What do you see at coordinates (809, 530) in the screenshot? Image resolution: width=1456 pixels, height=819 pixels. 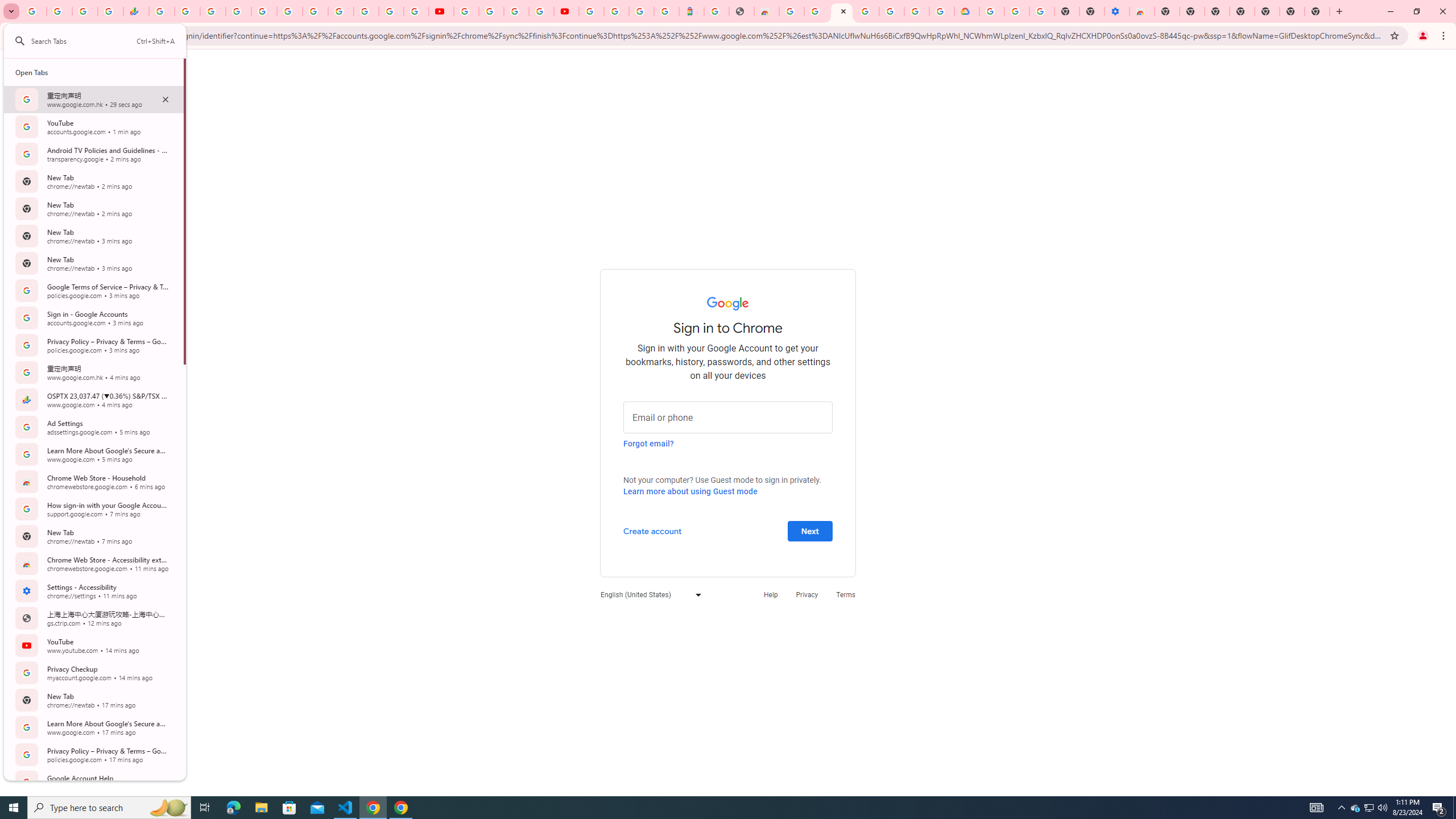 I see `'Next'` at bounding box center [809, 530].